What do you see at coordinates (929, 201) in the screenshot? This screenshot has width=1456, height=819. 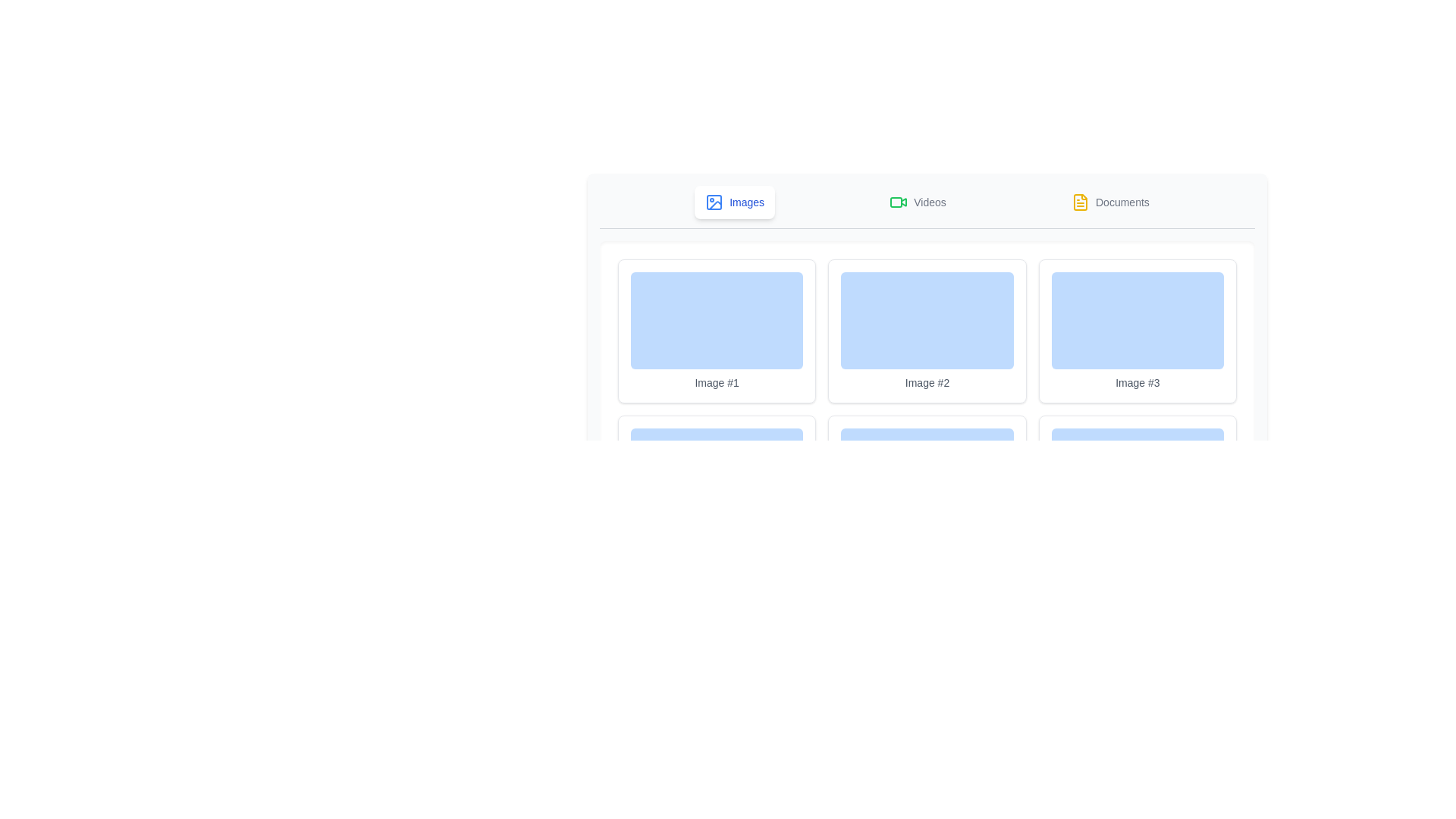 I see `text label that displays the word 'Videos', which is part of a toolbar near the top-center section of the interface and follows an icon of a video camera` at bounding box center [929, 201].